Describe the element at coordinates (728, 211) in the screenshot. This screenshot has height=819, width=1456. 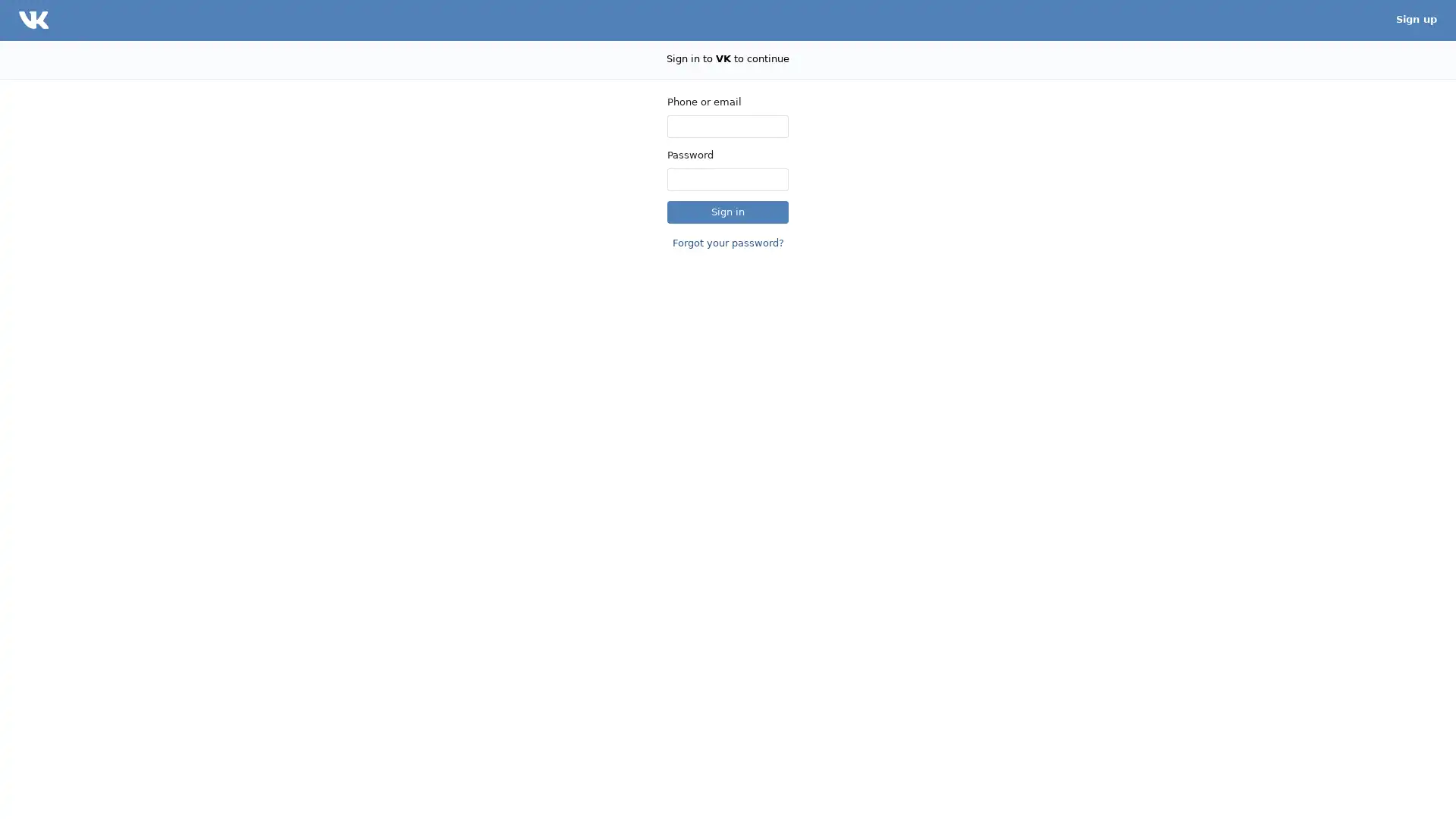
I see `Sign in` at that location.